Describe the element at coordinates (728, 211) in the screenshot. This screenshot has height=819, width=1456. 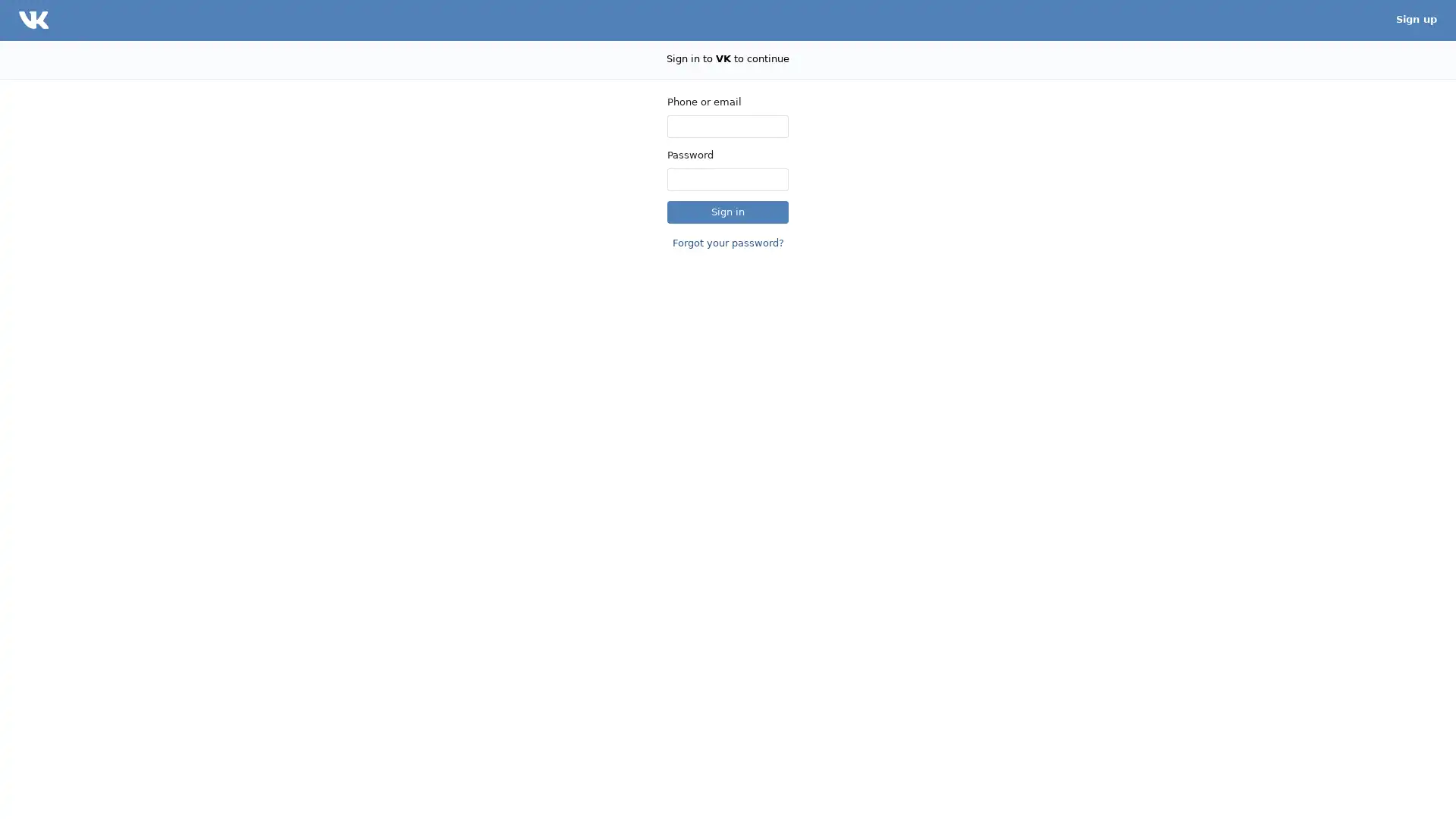
I see `Sign in` at that location.